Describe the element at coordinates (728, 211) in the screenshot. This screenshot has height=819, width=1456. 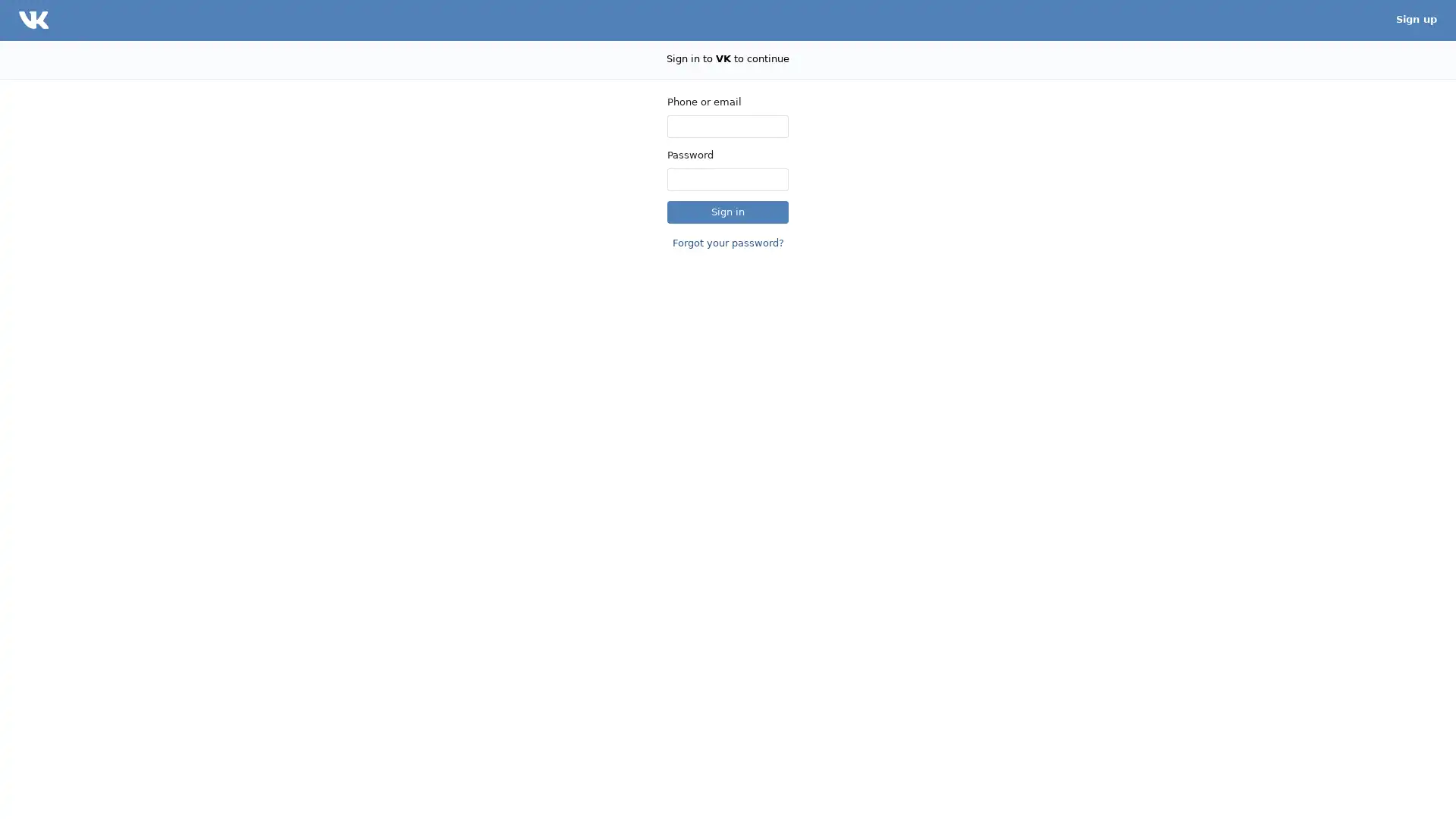
I see `Sign in` at that location.